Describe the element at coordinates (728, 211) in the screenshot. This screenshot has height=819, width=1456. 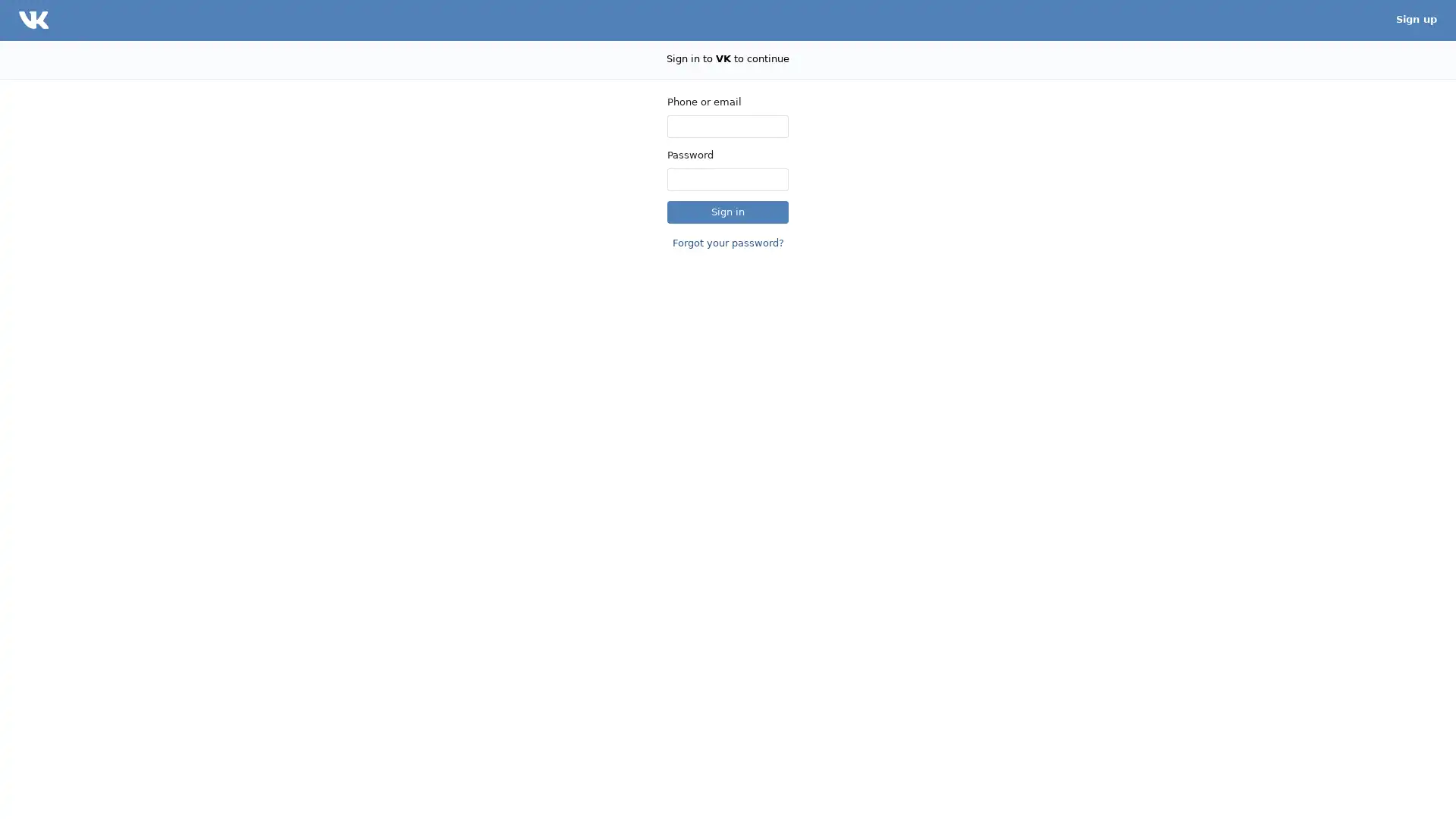
I see `Sign in` at that location.